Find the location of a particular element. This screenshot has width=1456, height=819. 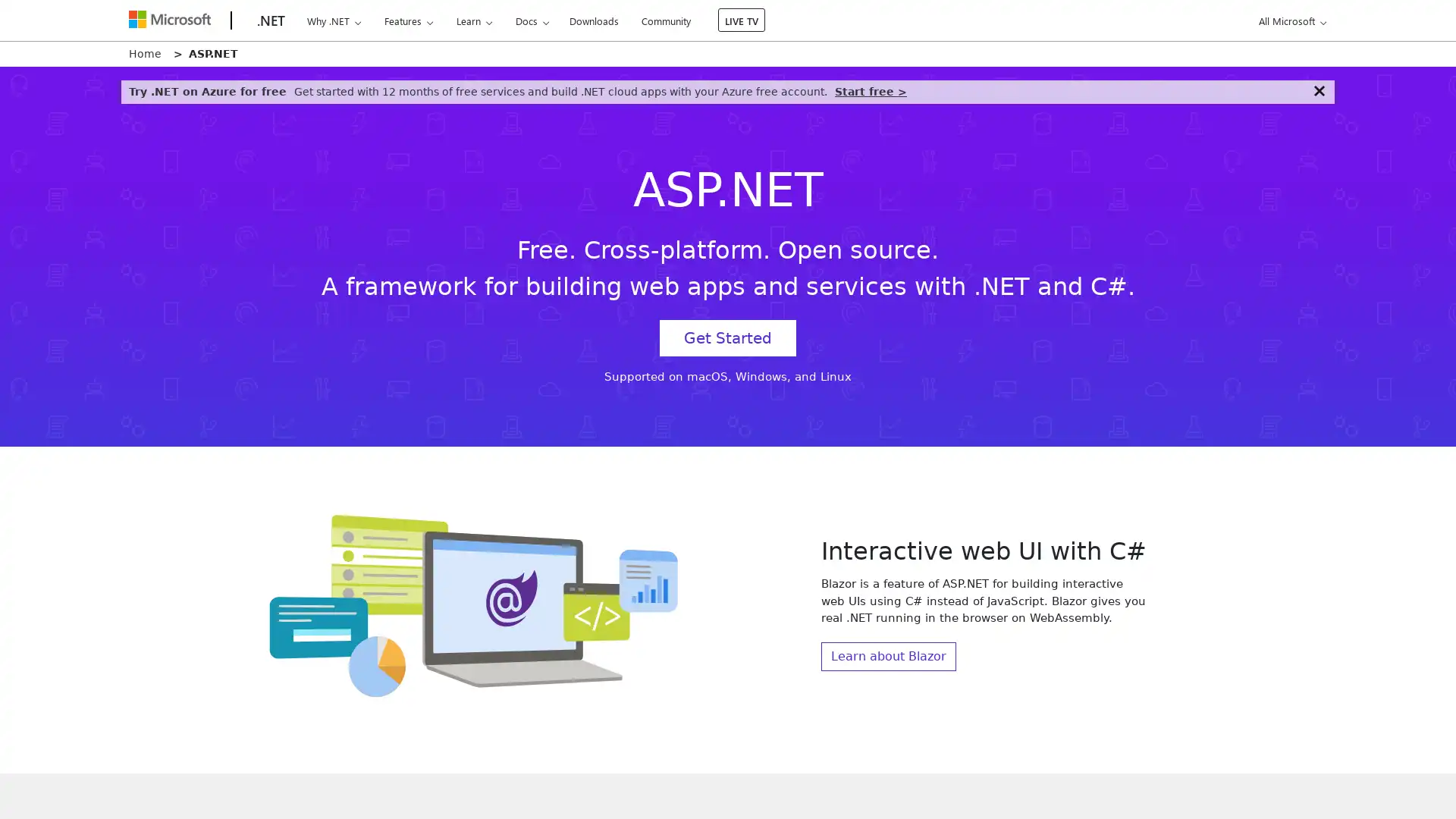

Get Started is located at coordinates (728, 337).